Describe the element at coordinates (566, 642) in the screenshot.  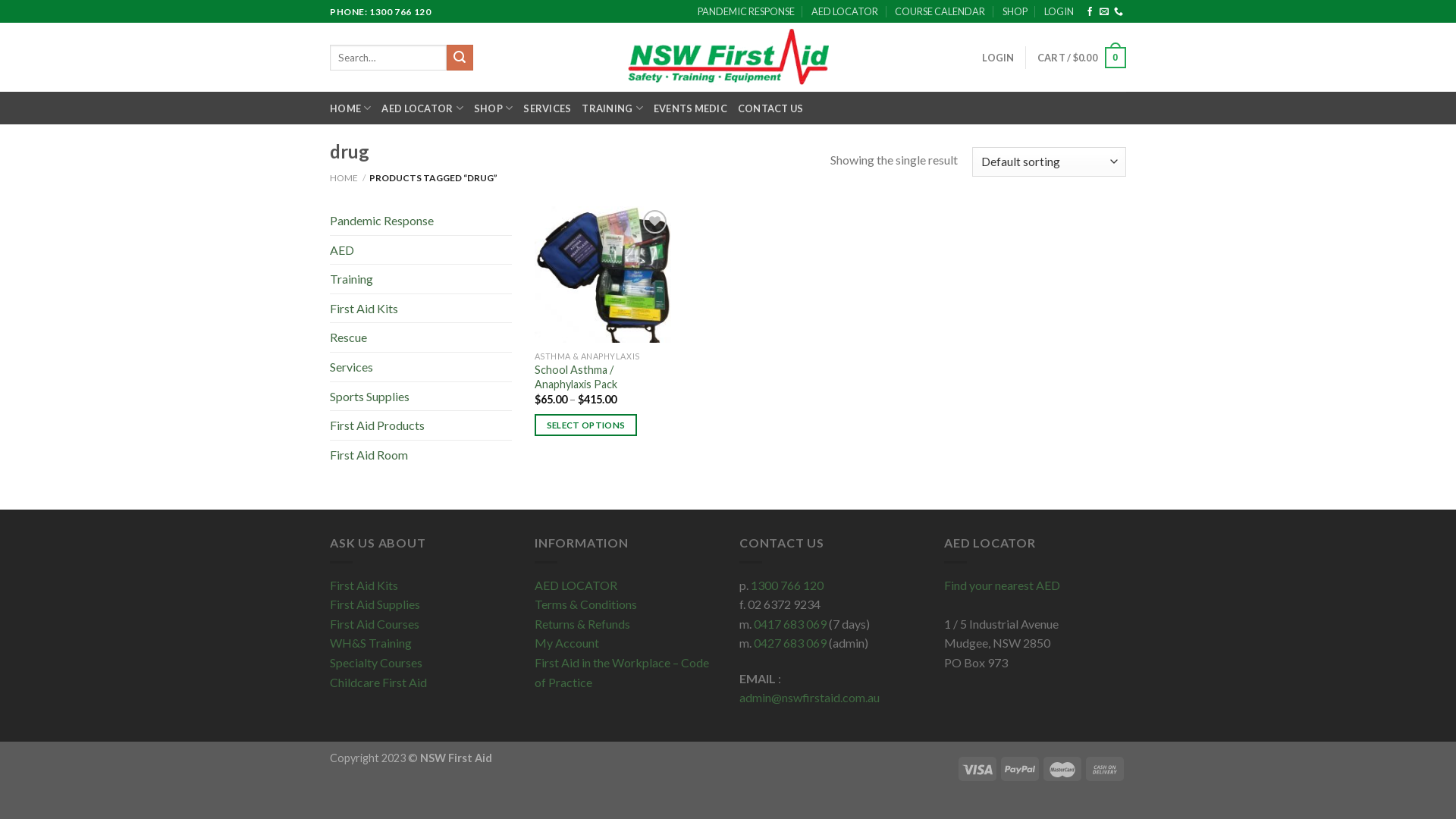
I see `'My Account'` at that location.